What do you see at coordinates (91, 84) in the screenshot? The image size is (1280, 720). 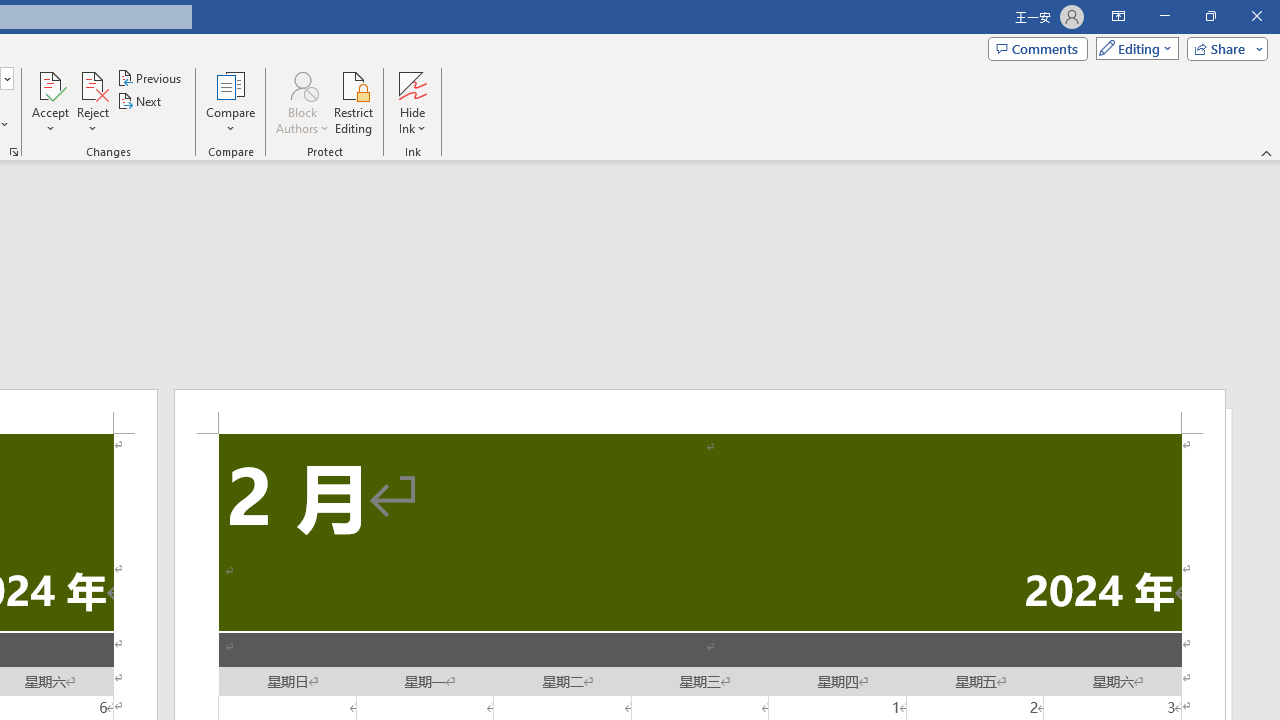 I see `'Reject and Move to Next'` at bounding box center [91, 84].